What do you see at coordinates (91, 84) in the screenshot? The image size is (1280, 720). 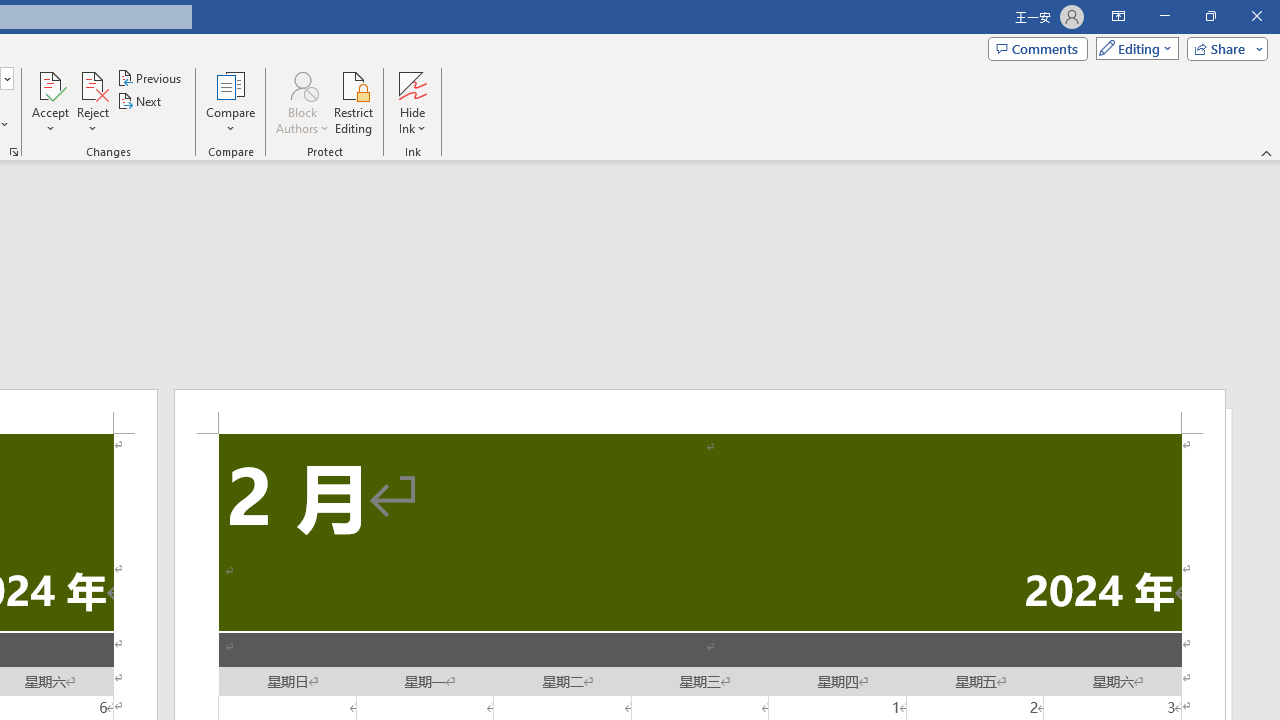 I see `'Reject and Move to Next'` at bounding box center [91, 84].